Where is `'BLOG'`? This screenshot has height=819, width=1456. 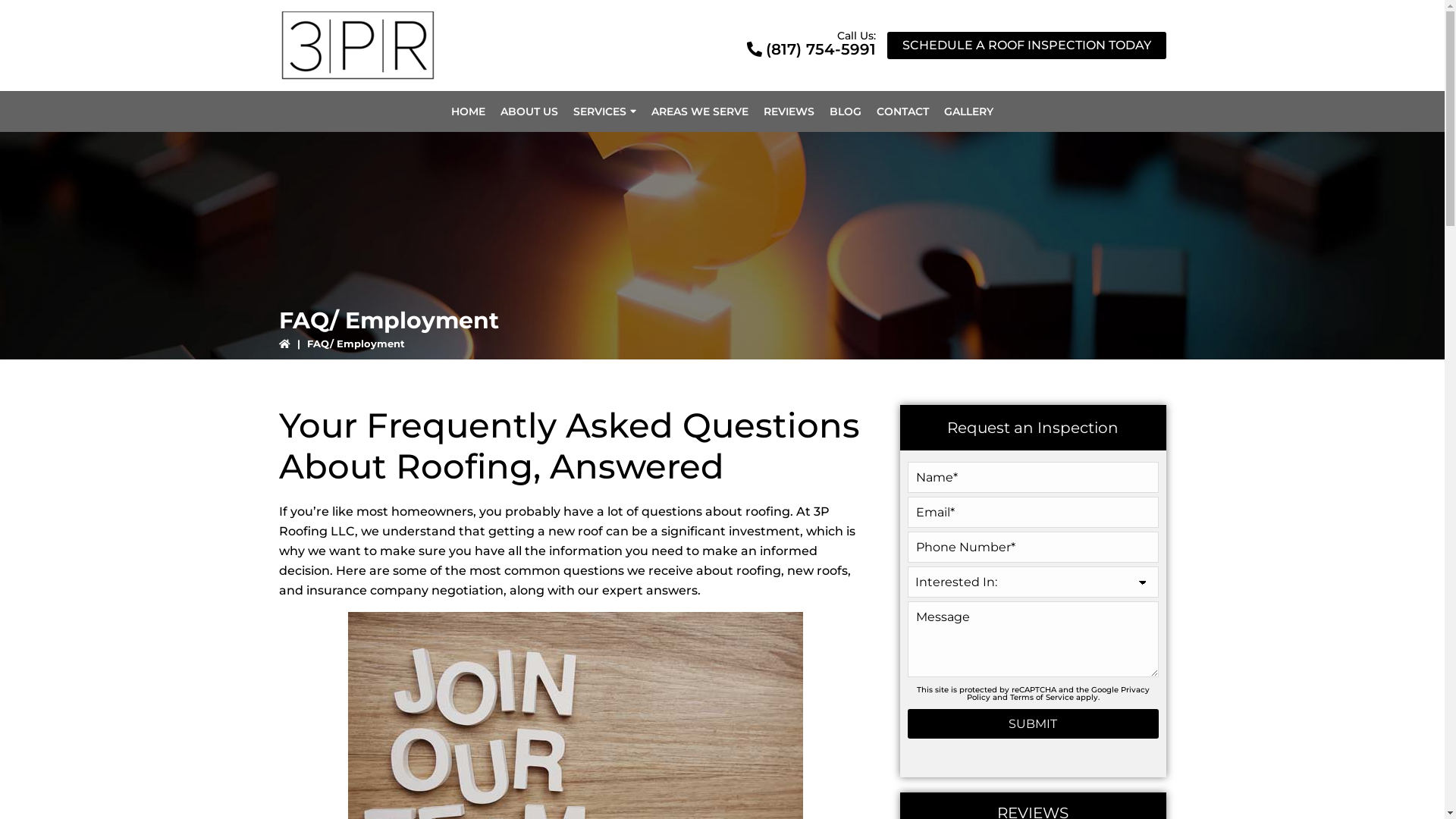
'BLOG' is located at coordinates (844, 110).